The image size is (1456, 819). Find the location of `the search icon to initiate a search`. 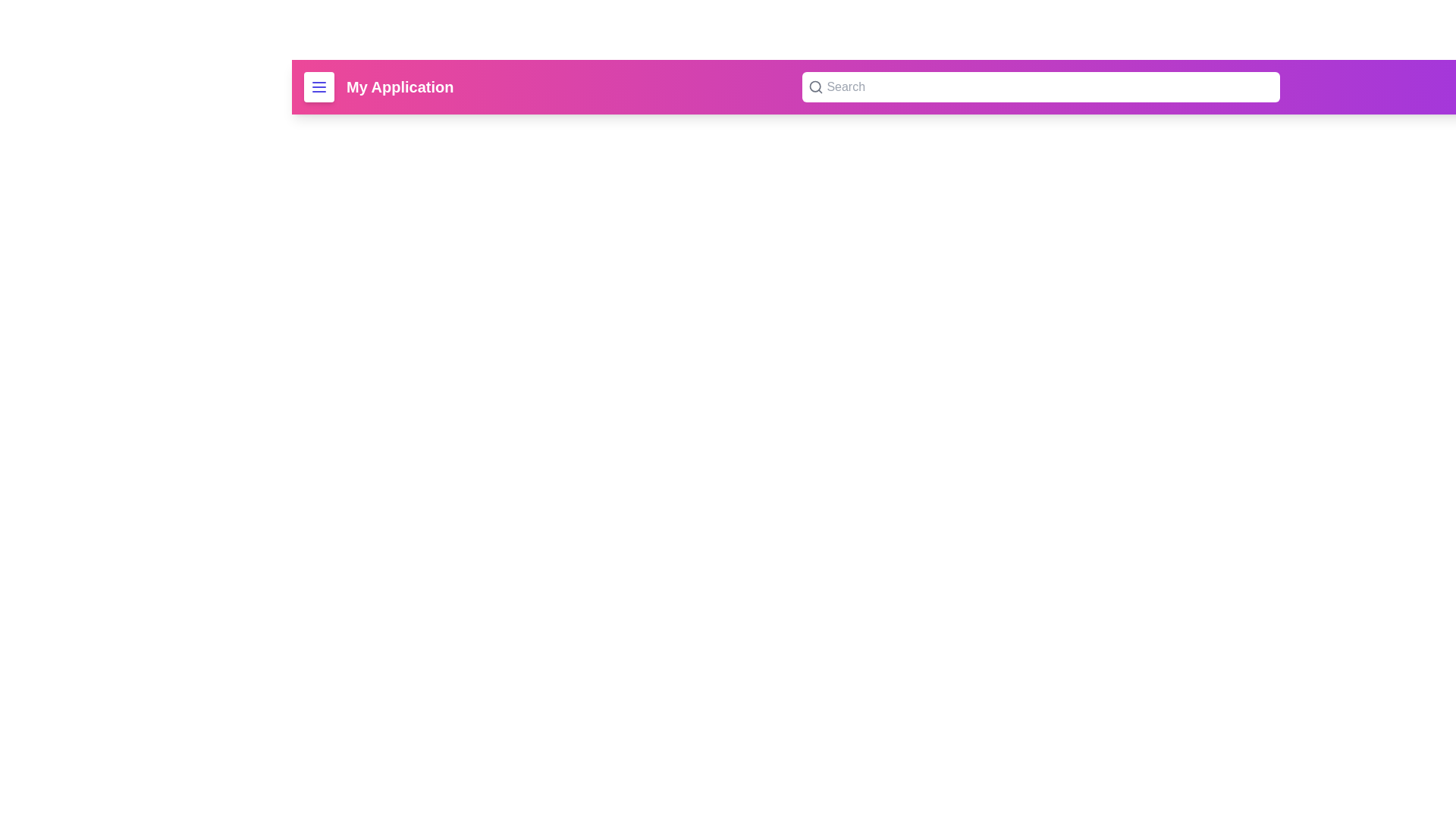

the search icon to initiate a search is located at coordinates (814, 87).